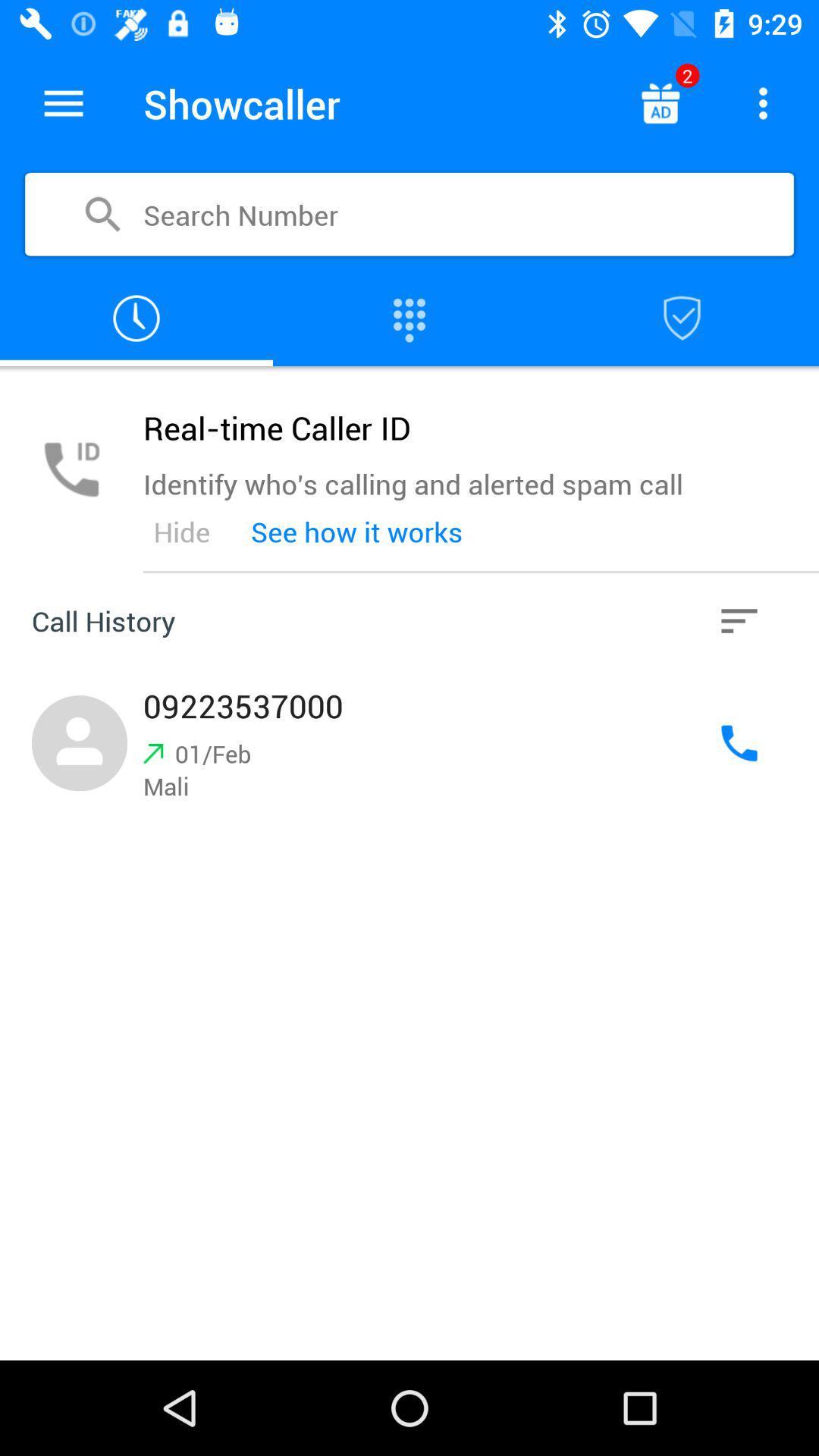 The width and height of the screenshot is (819, 1456). I want to click on item to the right of hide icon, so click(356, 532).